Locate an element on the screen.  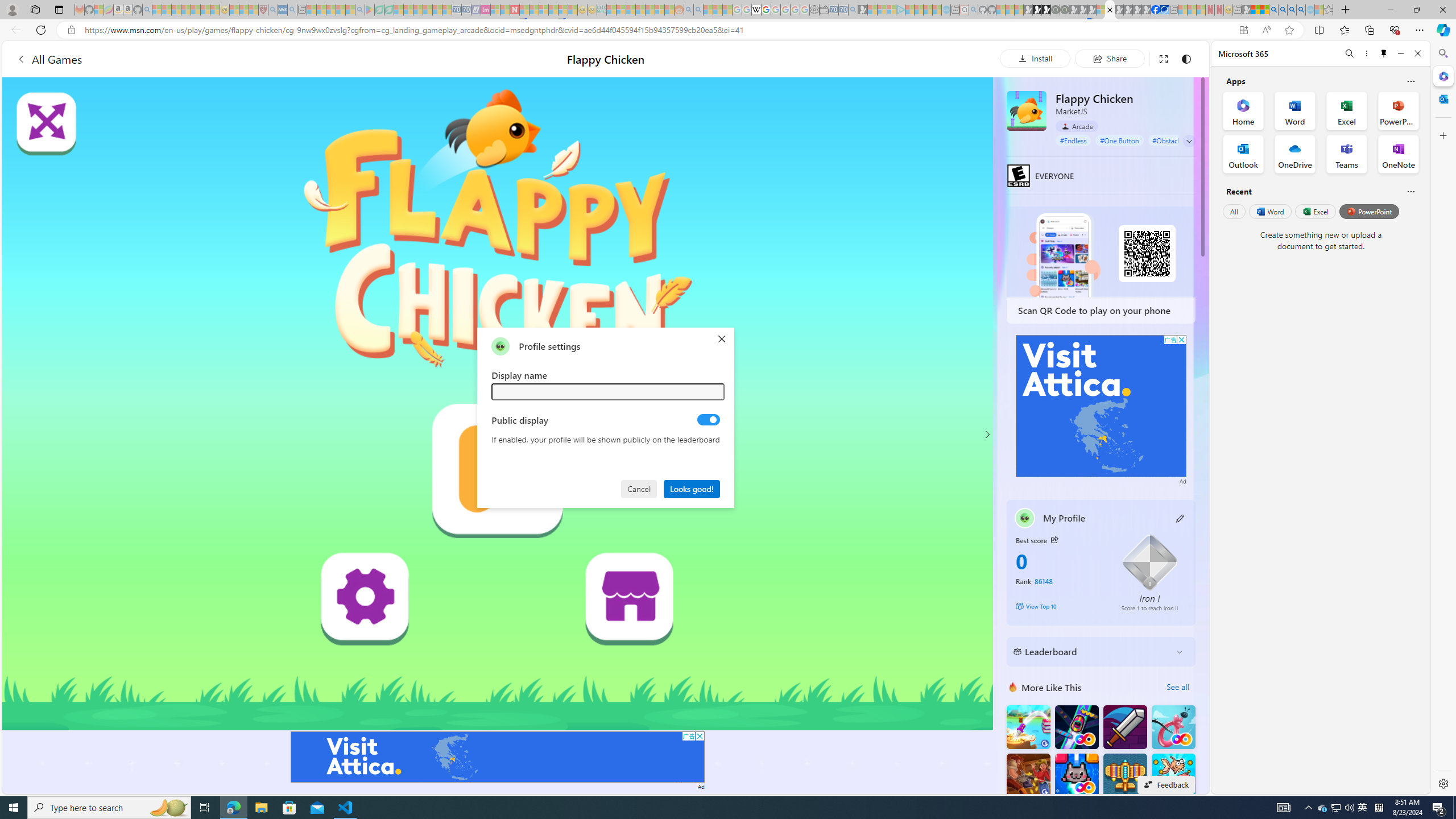
'Kitten Force FRVR' is located at coordinates (1076, 775).